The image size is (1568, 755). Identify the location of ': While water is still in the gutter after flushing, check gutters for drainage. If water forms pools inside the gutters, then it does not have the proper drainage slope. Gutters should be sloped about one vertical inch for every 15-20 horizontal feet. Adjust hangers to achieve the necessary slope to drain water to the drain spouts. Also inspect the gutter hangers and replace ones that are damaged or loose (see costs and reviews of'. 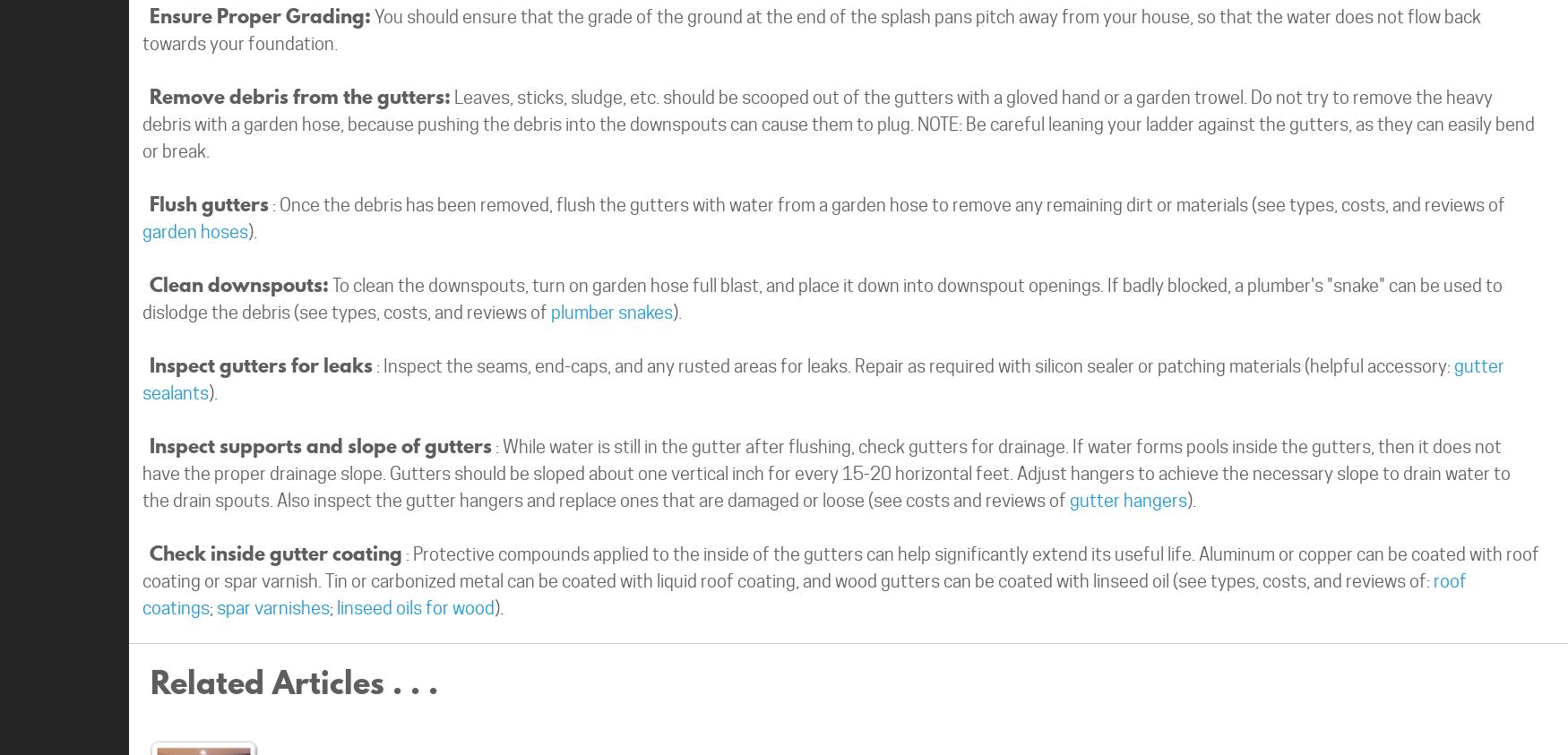
(142, 473).